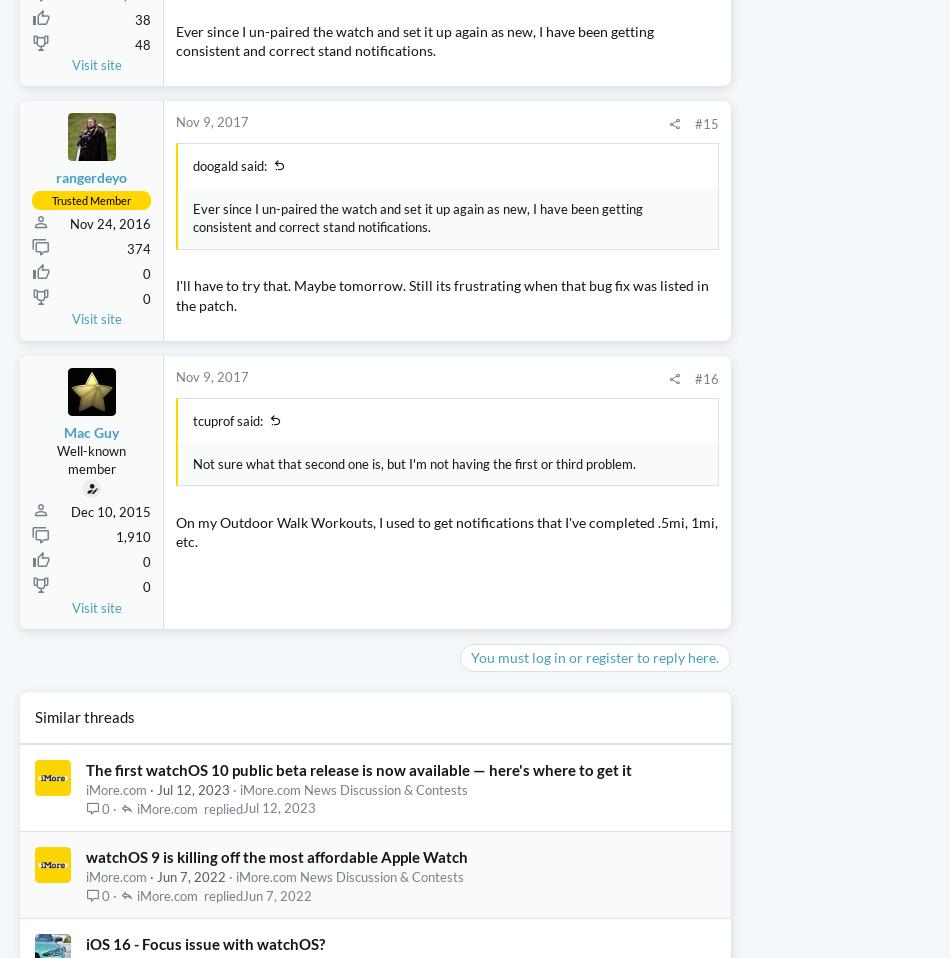 The width and height of the screenshot is (950, 958). What do you see at coordinates (91, 576) in the screenshot?
I see `'Well-known member'` at bounding box center [91, 576].